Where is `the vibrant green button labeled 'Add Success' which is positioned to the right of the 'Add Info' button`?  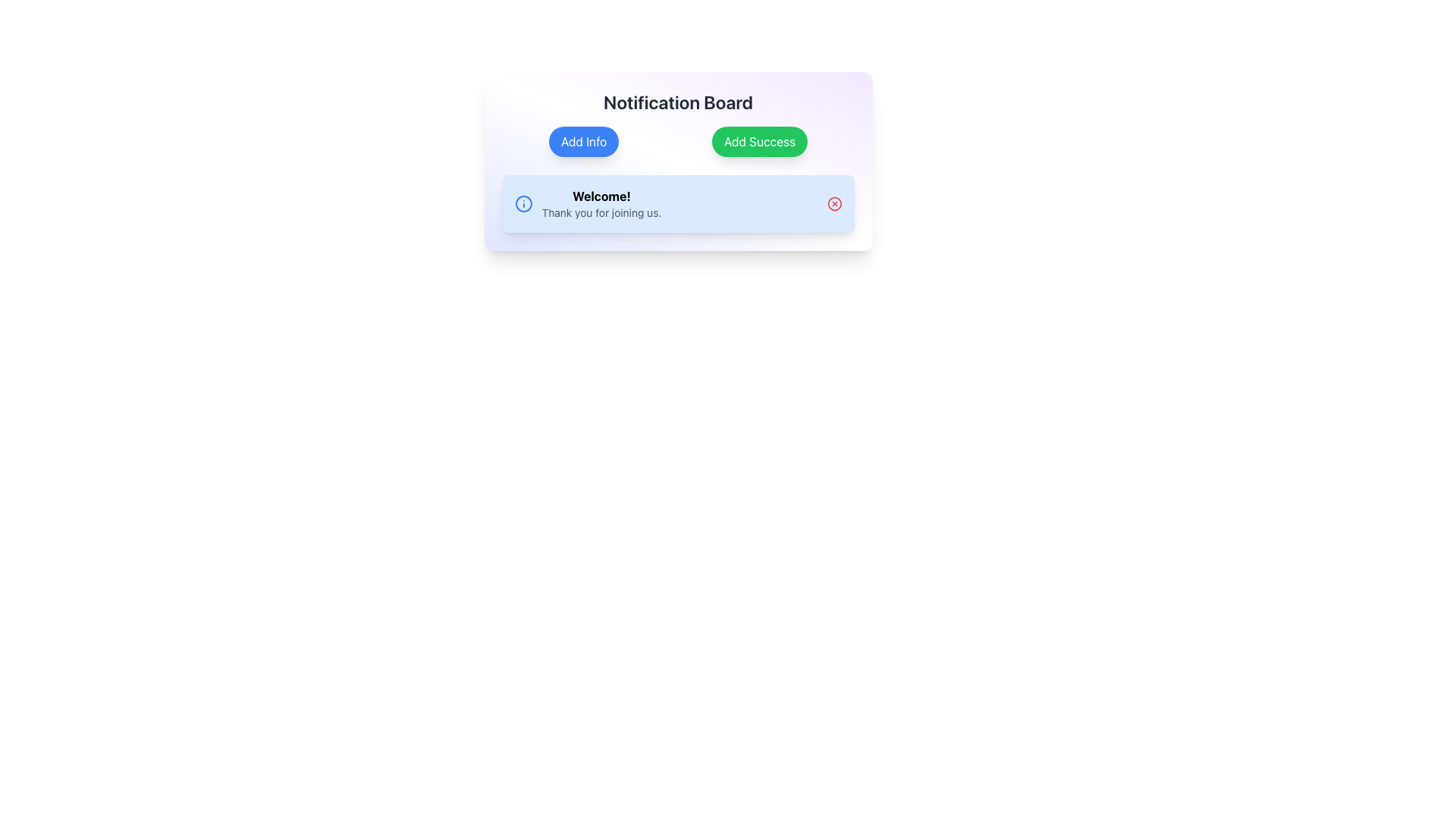 the vibrant green button labeled 'Add Success' which is positioned to the right of the 'Add Info' button is located at coordinates (760, 141).